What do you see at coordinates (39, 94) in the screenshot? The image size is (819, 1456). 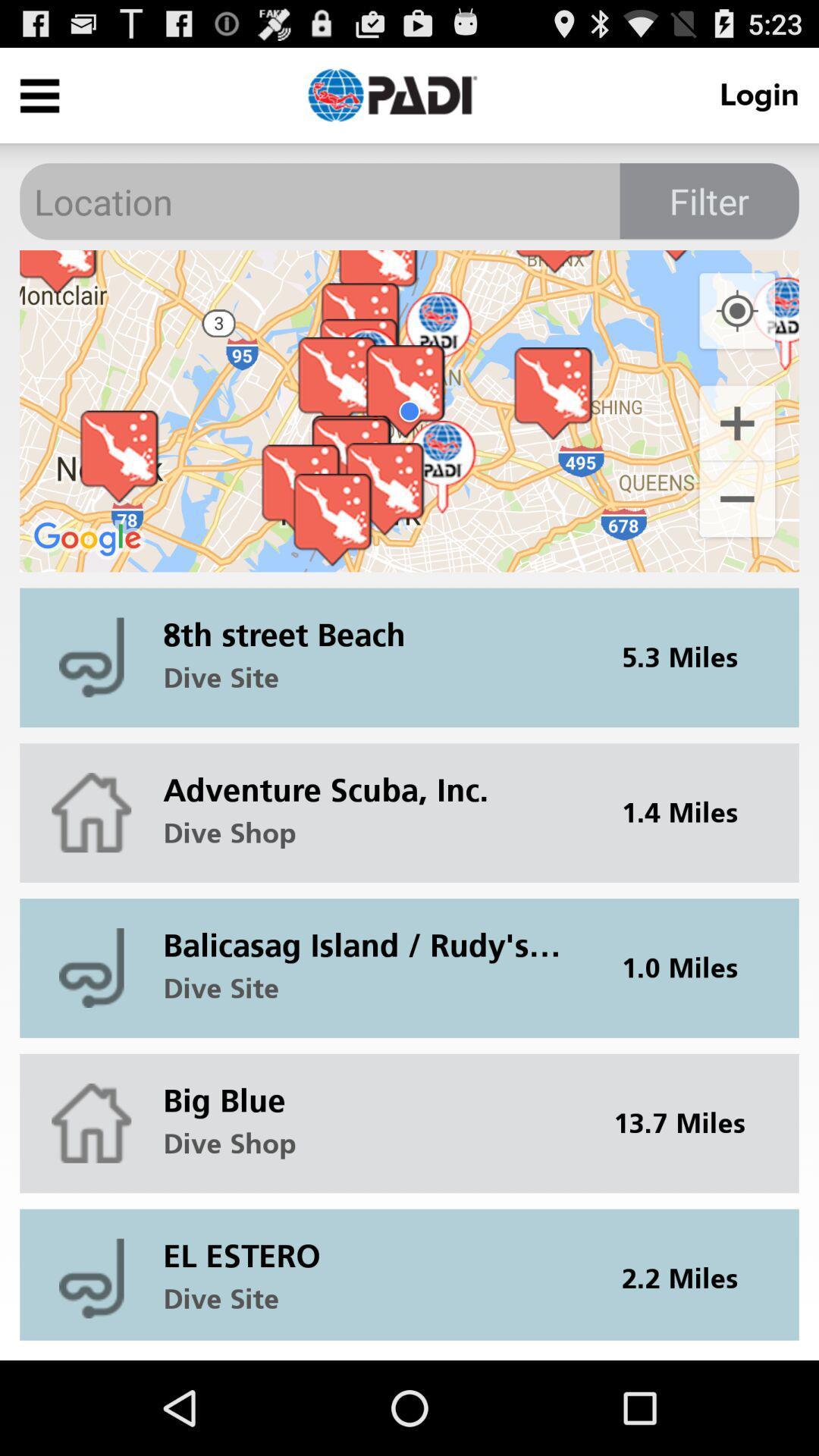 I see `menu` at bounding box center [39, 94].